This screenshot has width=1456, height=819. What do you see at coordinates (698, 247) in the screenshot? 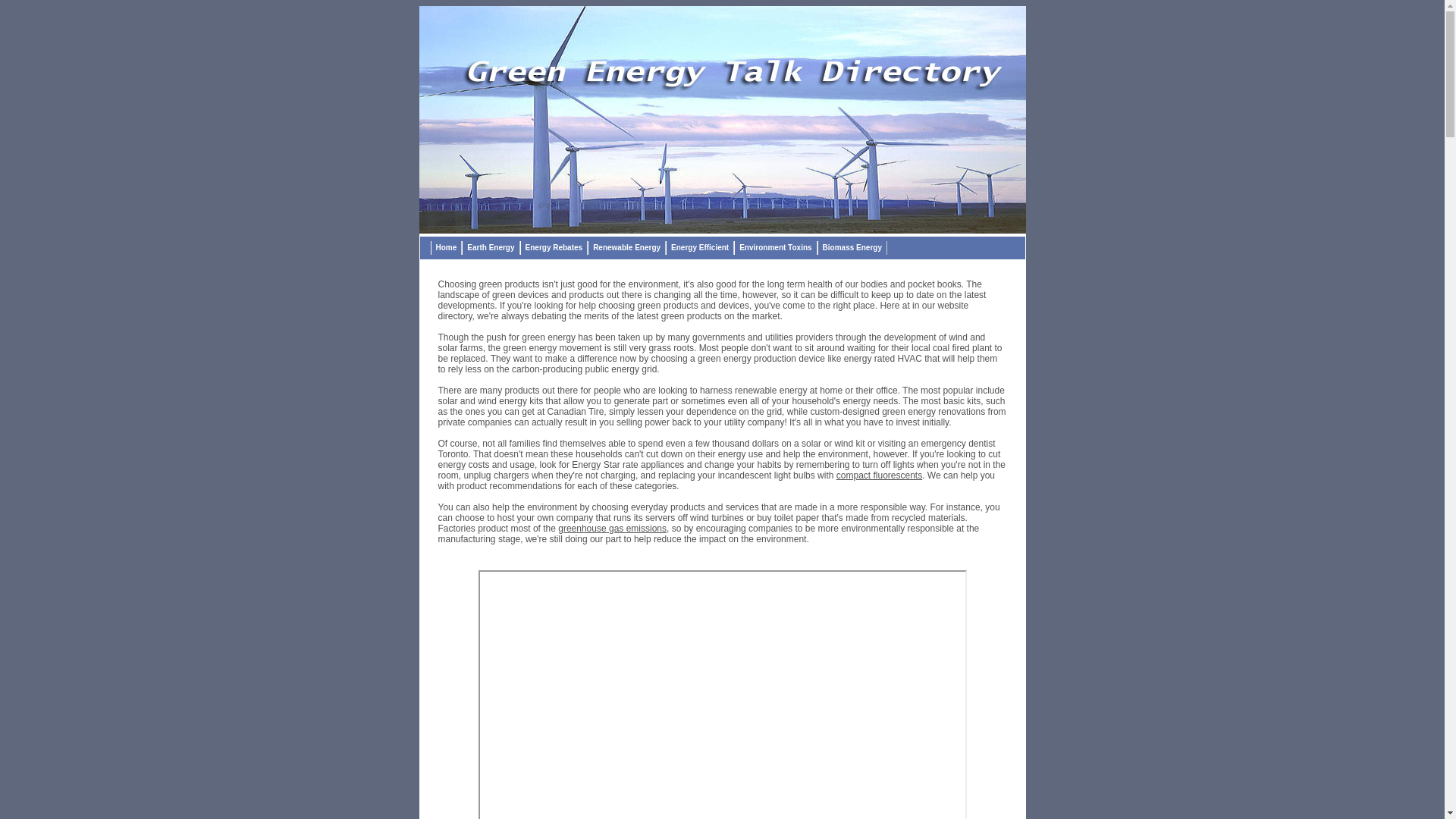
I see `'Energy Efficient'` at bounding box center [698, 247].